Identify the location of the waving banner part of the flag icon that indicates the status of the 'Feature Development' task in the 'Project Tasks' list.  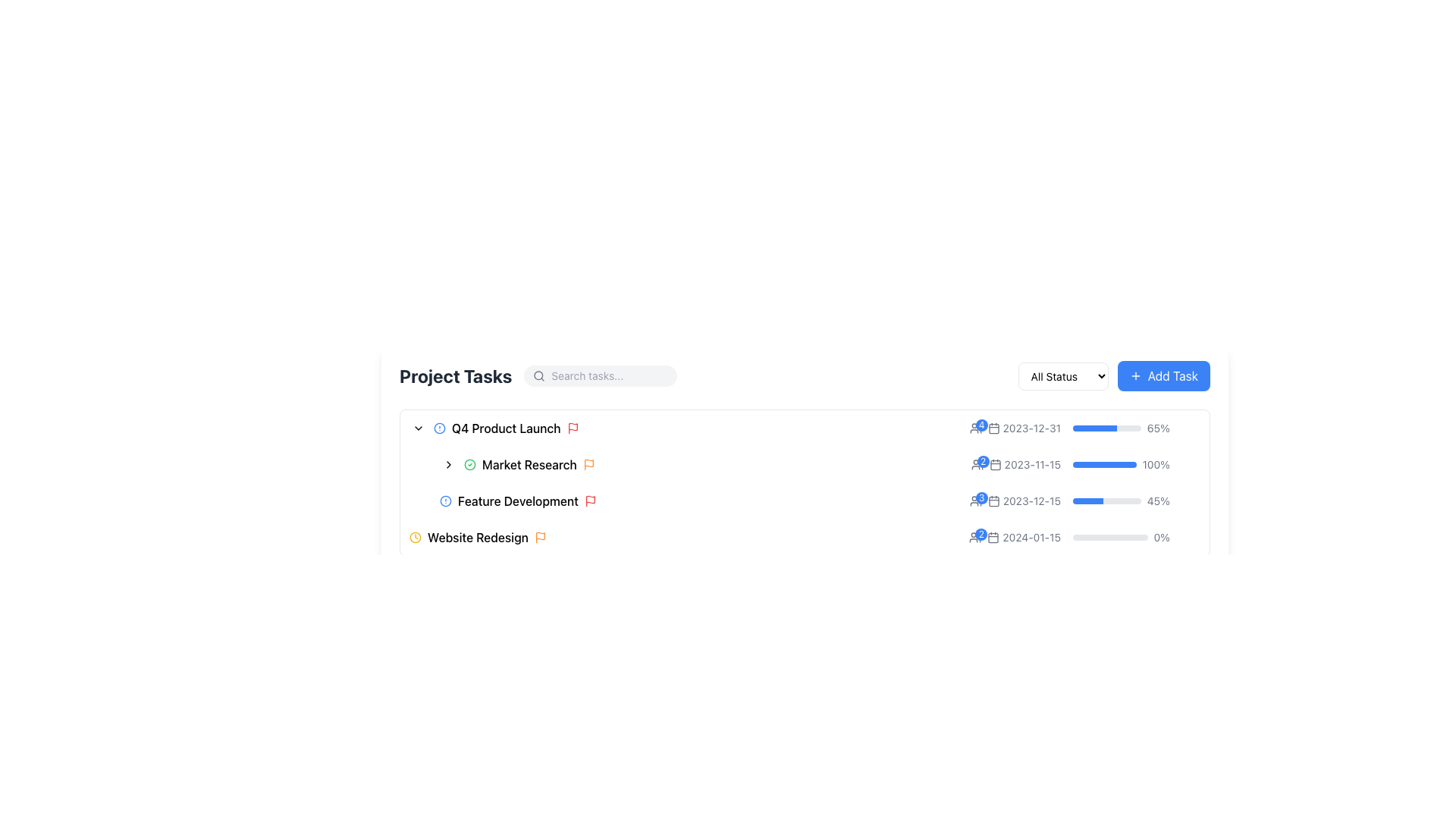
(589, 500).